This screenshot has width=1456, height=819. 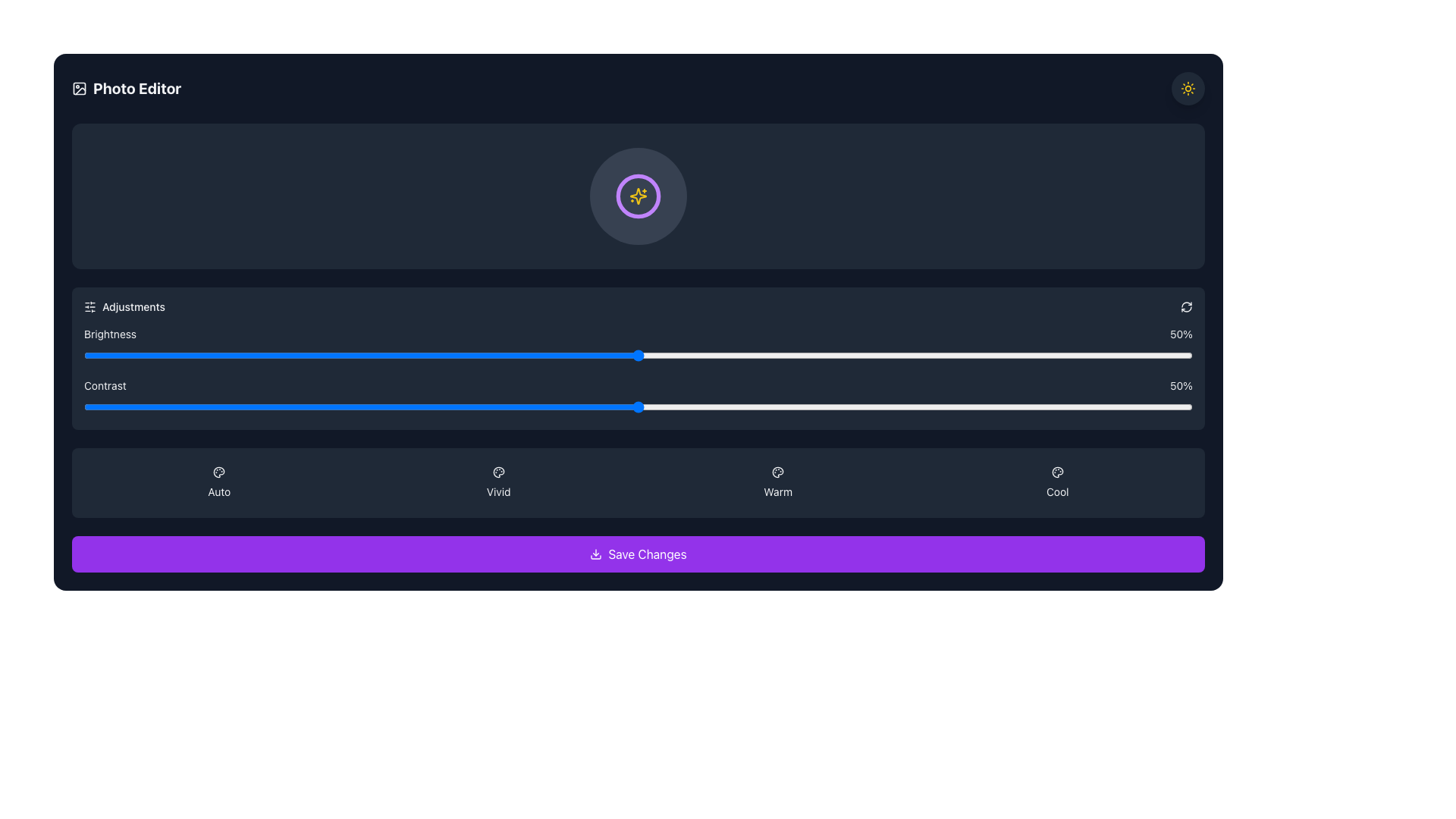 What do you see at coordinates (993, 406) in the screenshot?
I see `the value of the slider` at bounding box center [993, 406].